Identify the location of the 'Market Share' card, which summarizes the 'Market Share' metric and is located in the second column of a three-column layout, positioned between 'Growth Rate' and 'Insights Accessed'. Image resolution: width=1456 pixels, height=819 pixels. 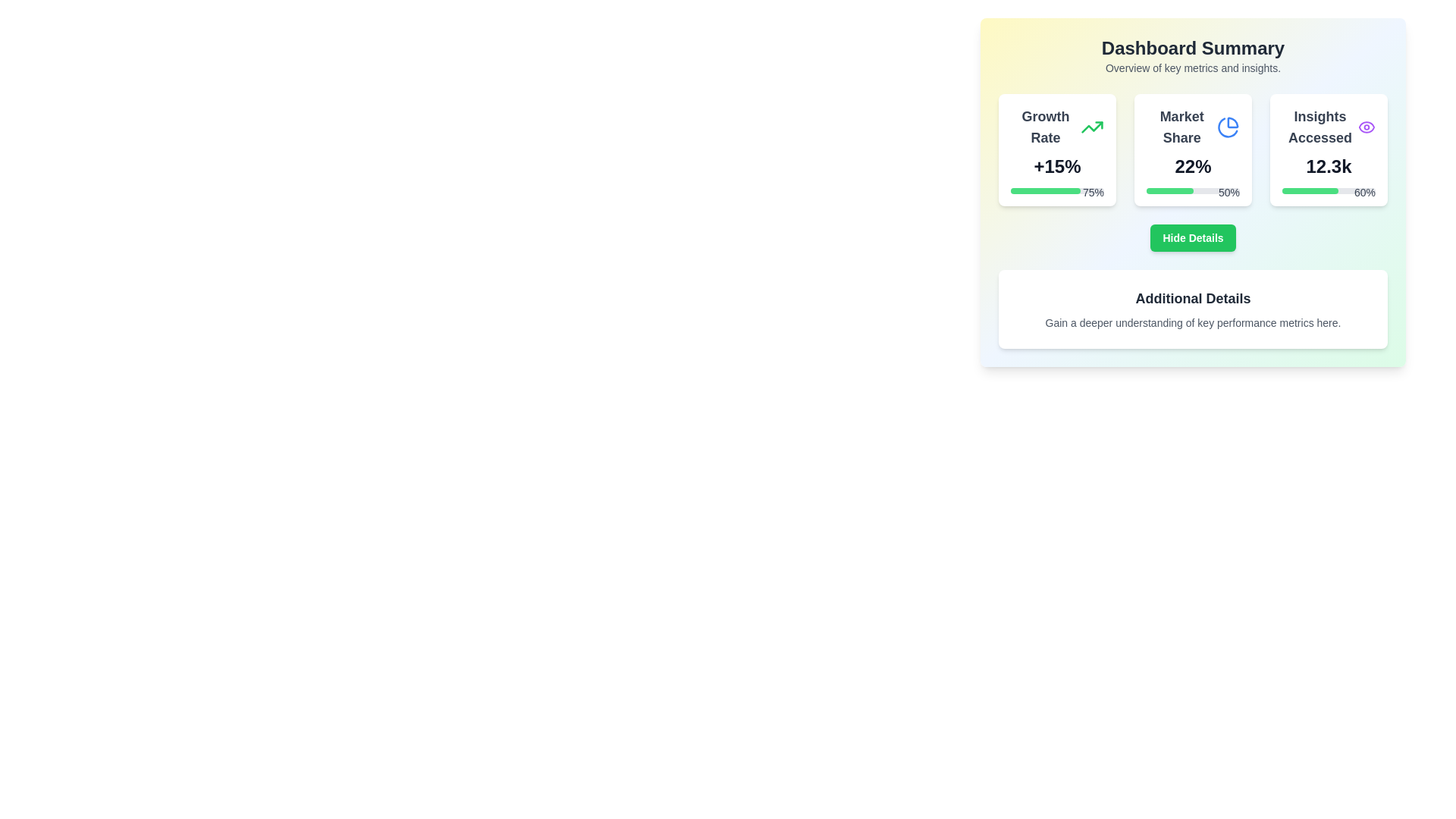
(1192, 149).